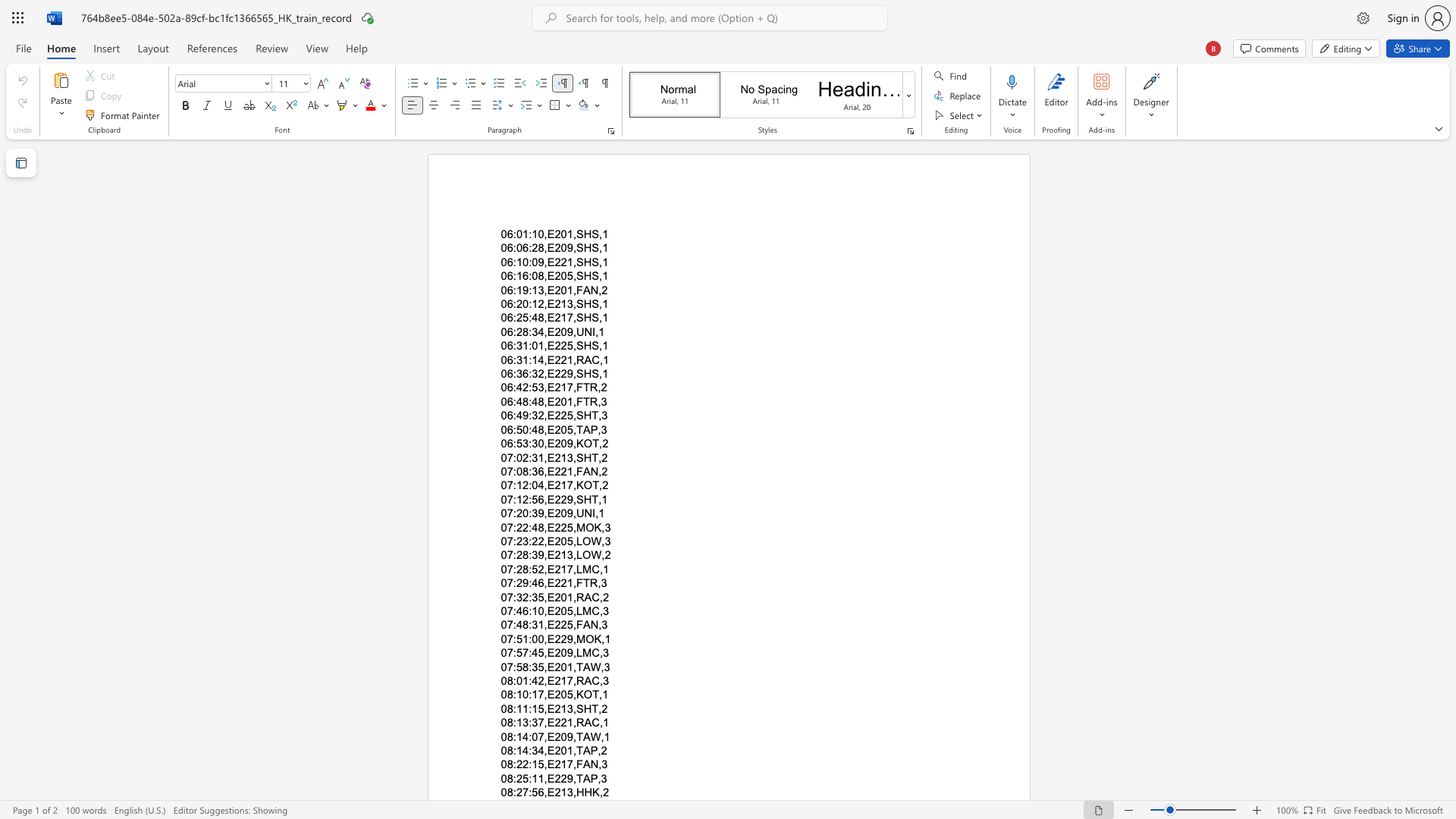  What do you see at coordinates (571, 778) in the screenshot?
I see `the space between the continuous character "9" and "," in the text` at bounding box center [571, 778].